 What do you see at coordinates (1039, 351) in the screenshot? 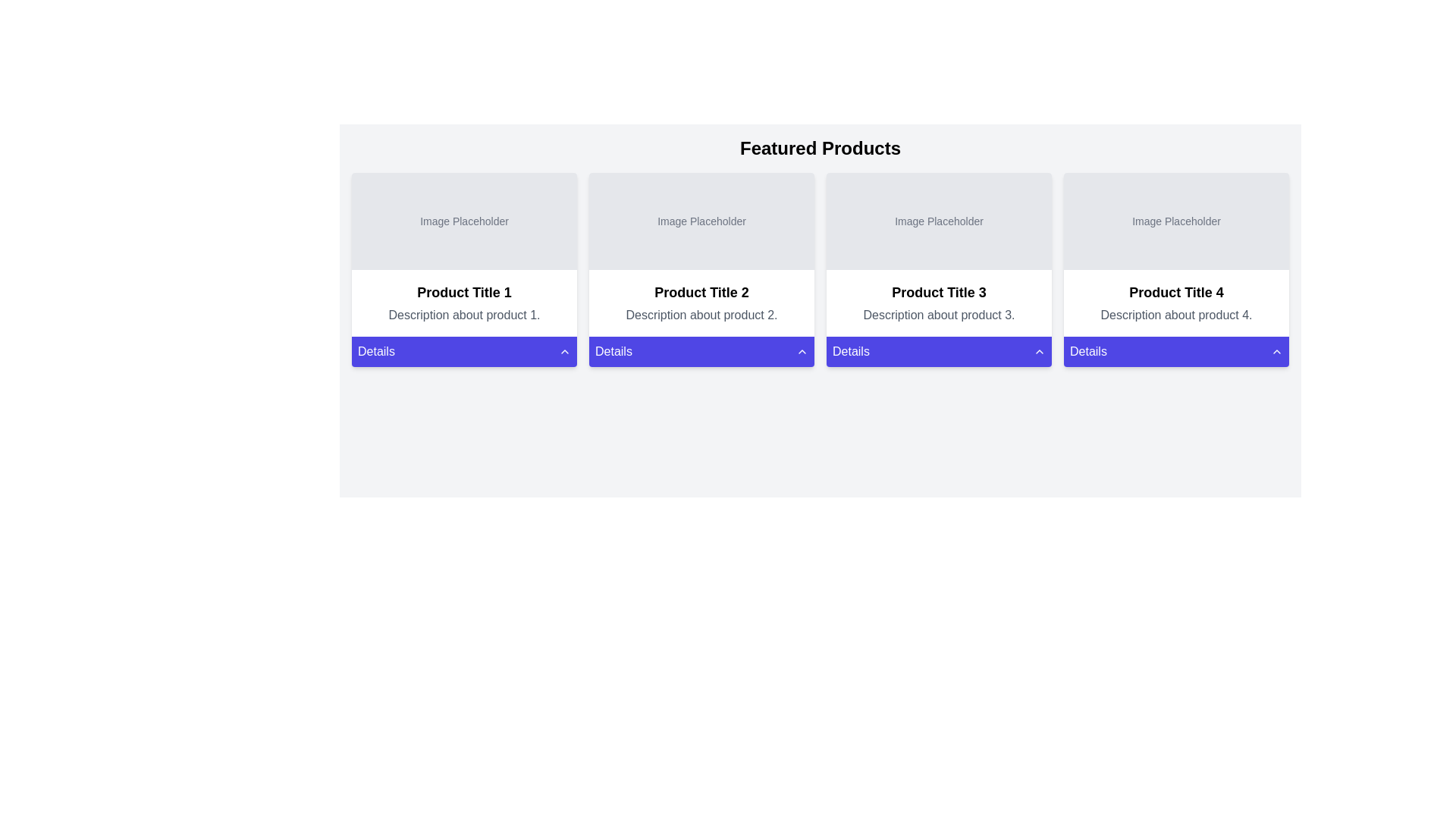
I see `the small upward-pointing chevron icon within the purple 'Details' button located beneath the 'Product Title 4' card` at bounding box center [1039, 351].